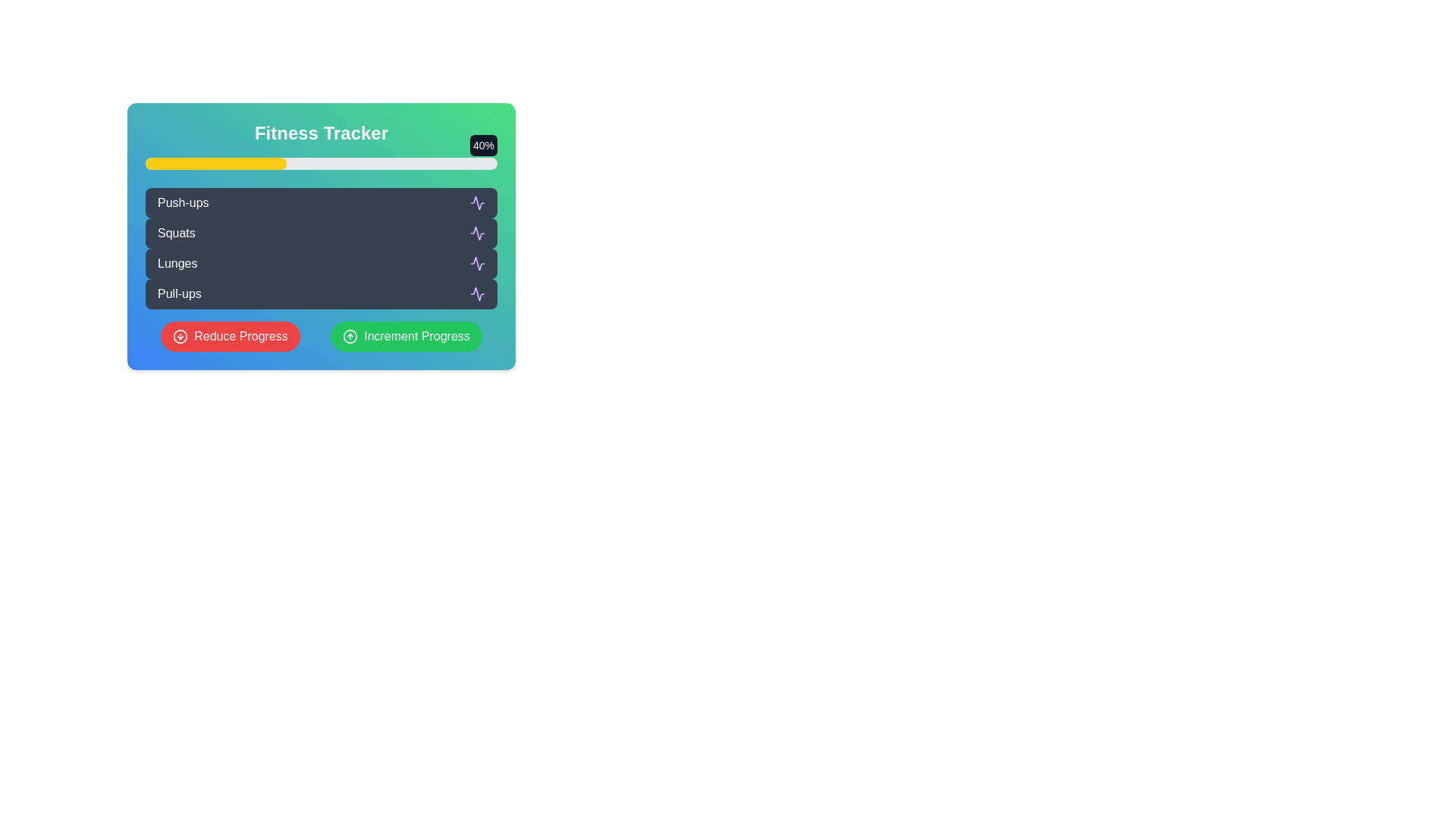  I want to click on the progress icon next to the 'Squats' entry in the activity list, so click(476, 234).